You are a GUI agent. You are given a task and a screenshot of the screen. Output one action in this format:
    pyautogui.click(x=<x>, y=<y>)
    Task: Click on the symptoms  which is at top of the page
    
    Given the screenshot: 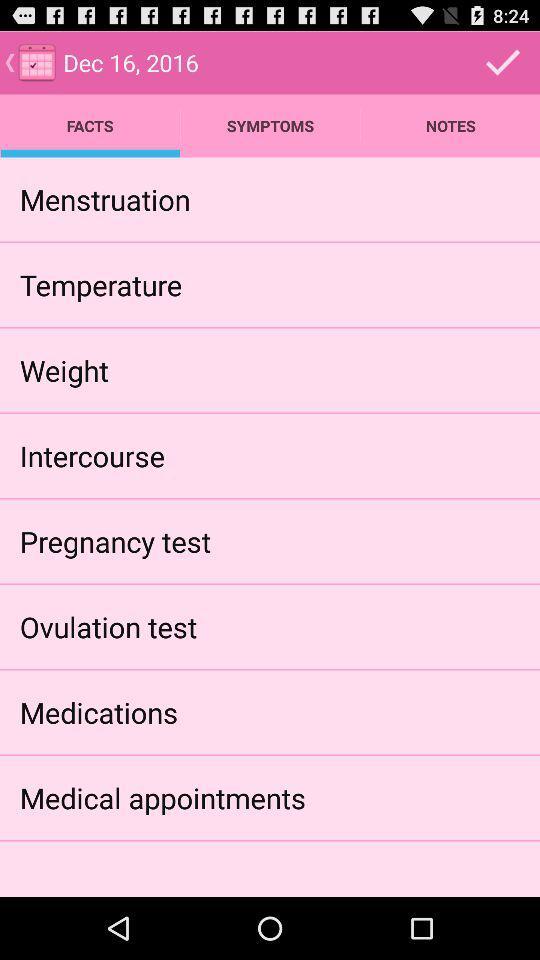 What is the action you would take?
    pyautogui.click(x=270, y=125)
    